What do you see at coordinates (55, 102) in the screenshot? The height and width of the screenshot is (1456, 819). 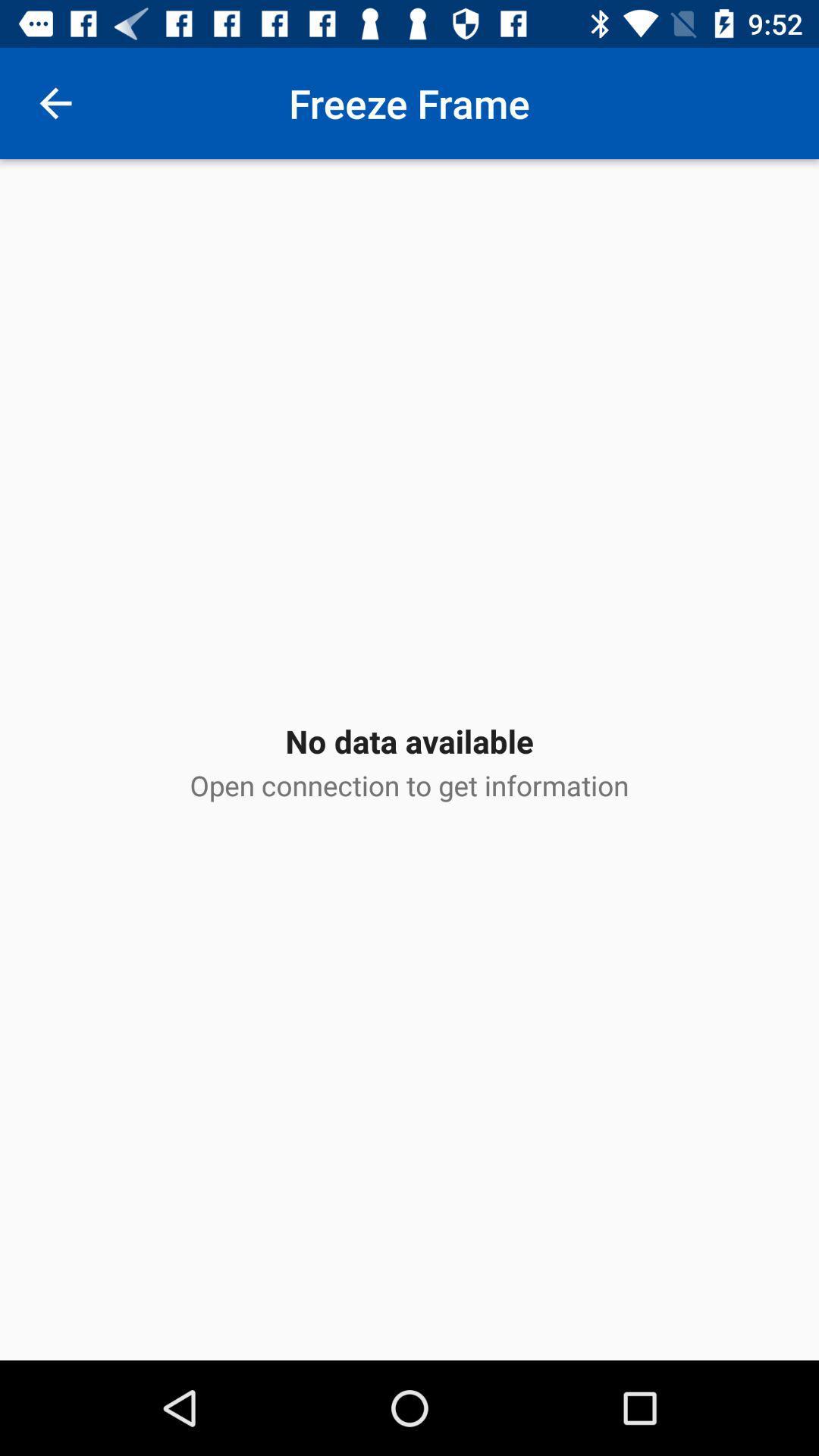 I see `the icon to the left of freeze frame icon` at bounding box center [55, 102].